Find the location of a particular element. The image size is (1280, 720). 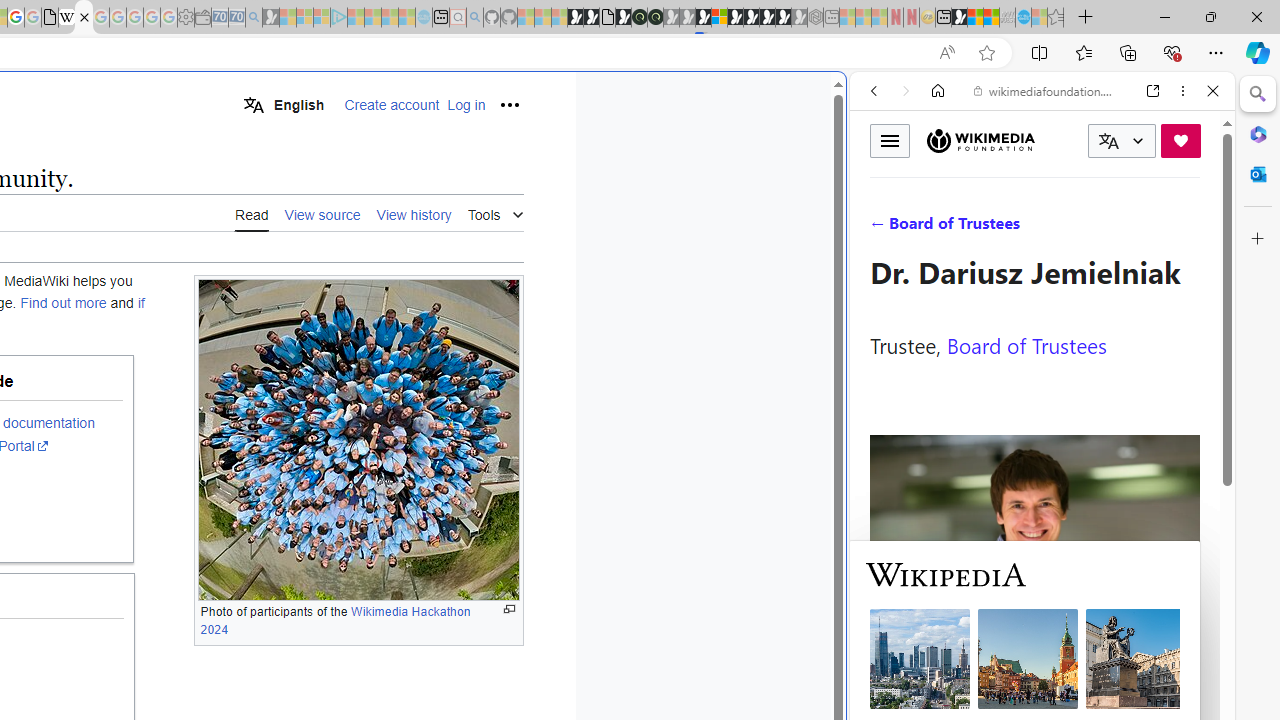

'Close split screen' is located at coordinates (844, 102).